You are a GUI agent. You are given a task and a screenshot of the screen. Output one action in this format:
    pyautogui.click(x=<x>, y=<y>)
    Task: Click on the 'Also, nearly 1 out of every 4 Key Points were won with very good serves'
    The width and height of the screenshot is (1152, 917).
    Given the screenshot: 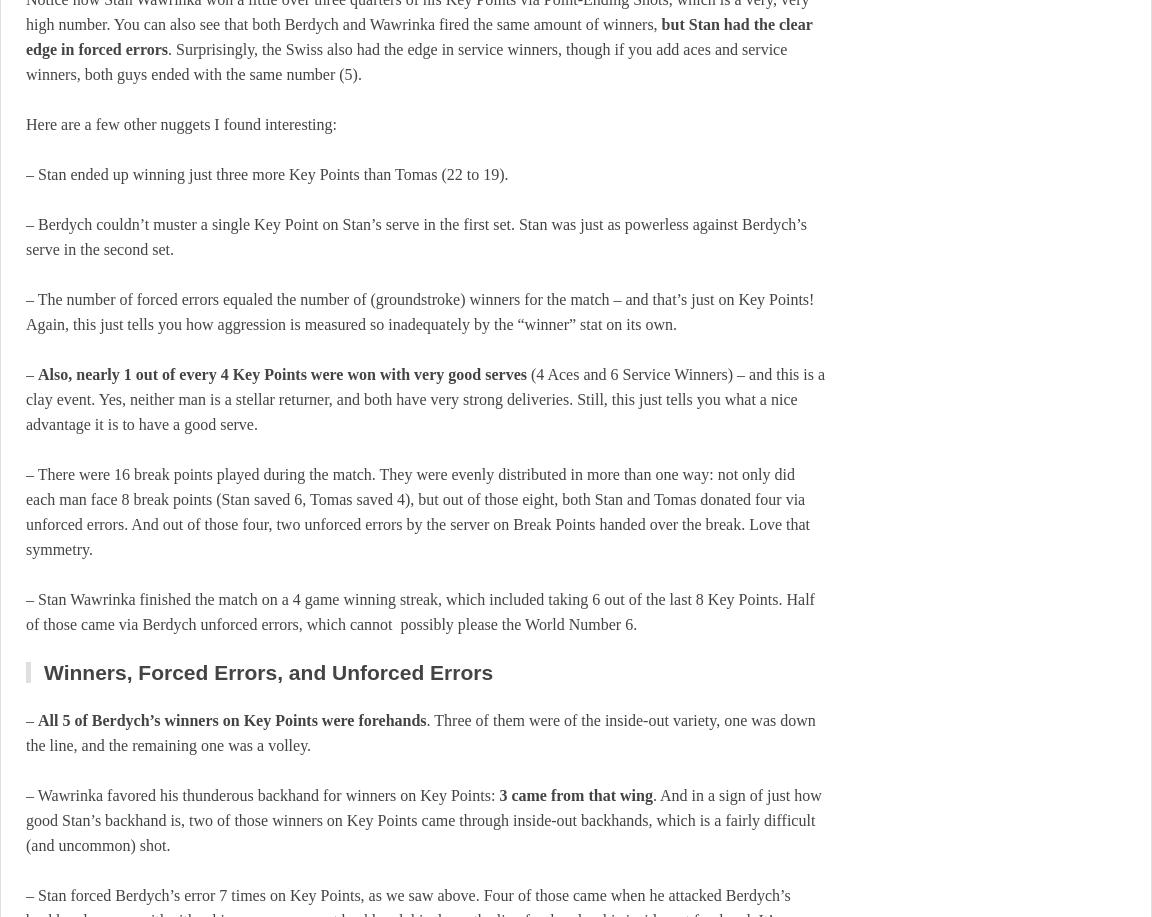 What is the action you would take?
    pyautogui.click(x=282, y=373)
    